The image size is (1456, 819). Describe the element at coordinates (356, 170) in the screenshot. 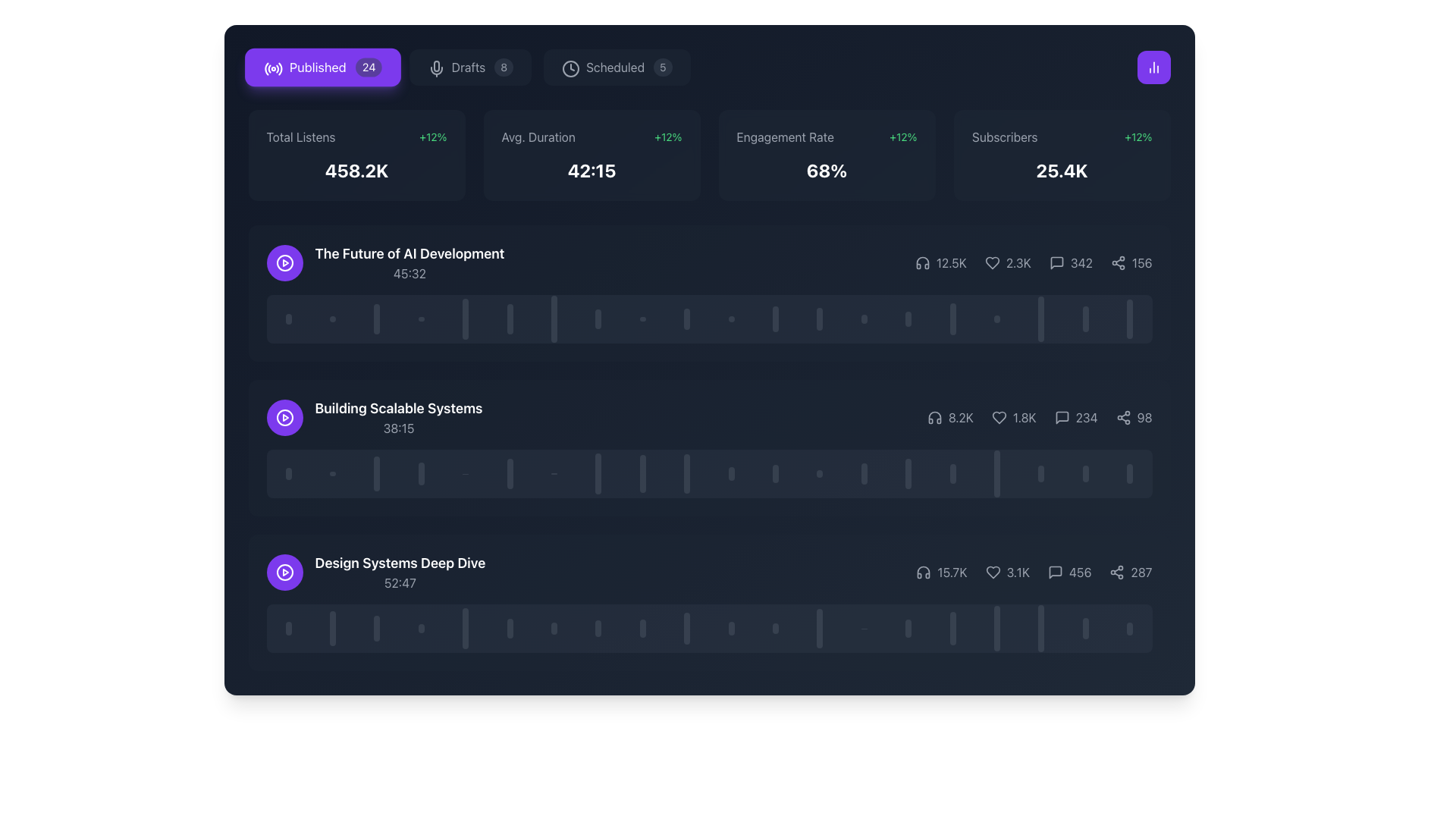

I see `the text display element that shows the total listens count, which is centrally located below the 'Total Listens' heading in the first statistics section` at that location.